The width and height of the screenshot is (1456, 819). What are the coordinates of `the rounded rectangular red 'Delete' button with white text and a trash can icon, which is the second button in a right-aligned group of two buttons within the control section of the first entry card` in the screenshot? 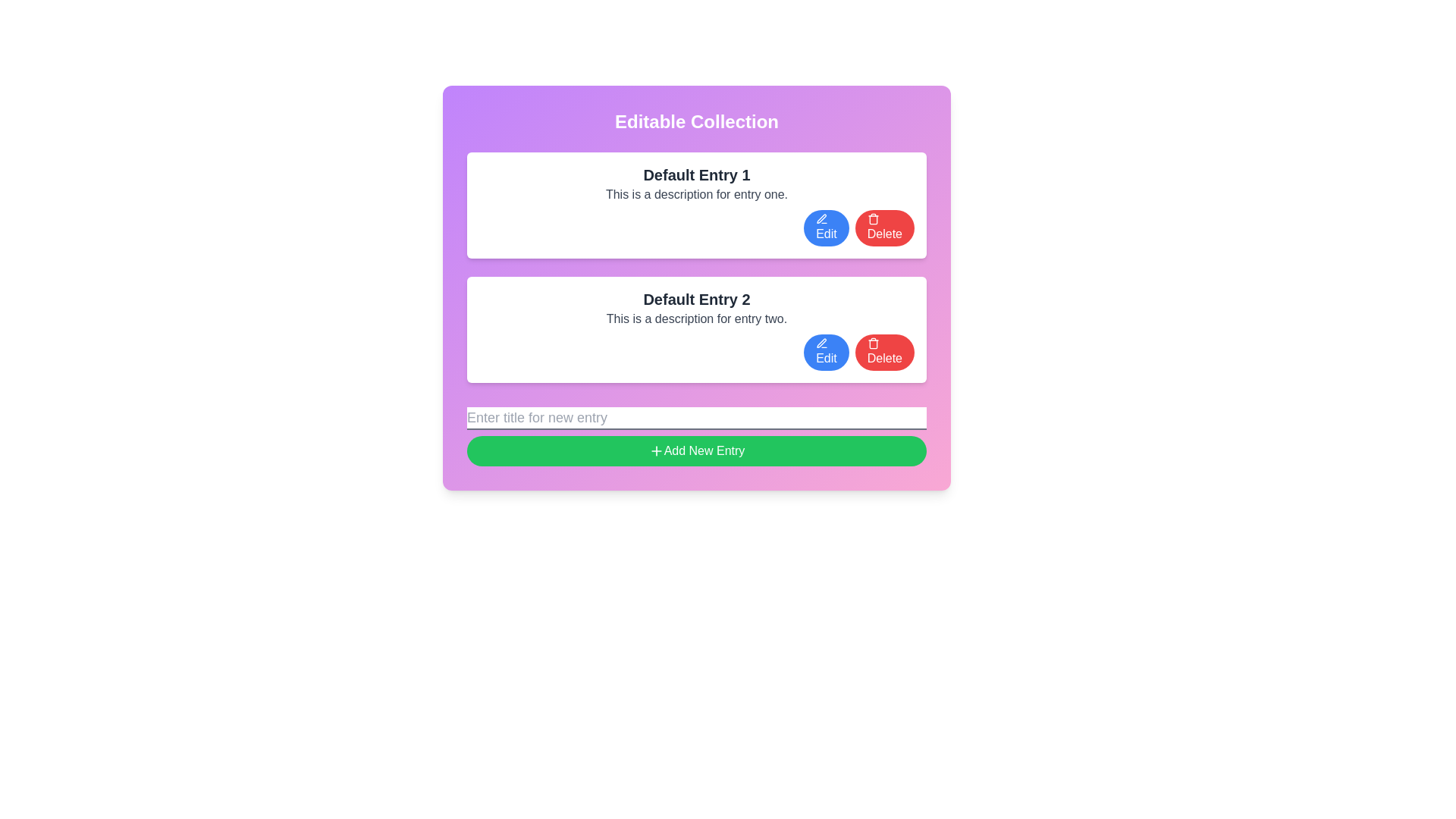 It's located at (884, 227).